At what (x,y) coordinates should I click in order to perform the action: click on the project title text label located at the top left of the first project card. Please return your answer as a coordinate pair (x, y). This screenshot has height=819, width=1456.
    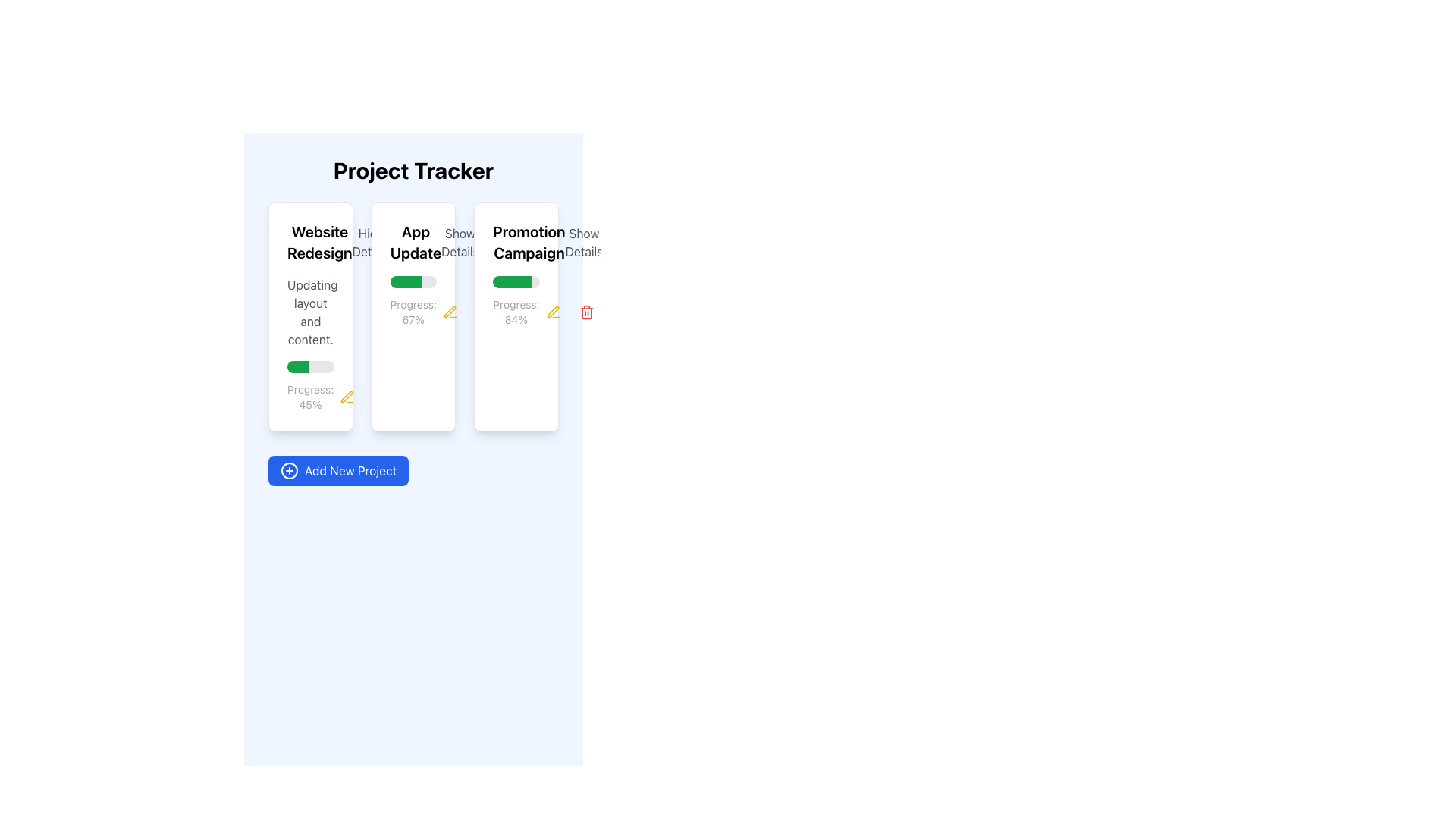
    Looking at the image, I should click on (309, 242).